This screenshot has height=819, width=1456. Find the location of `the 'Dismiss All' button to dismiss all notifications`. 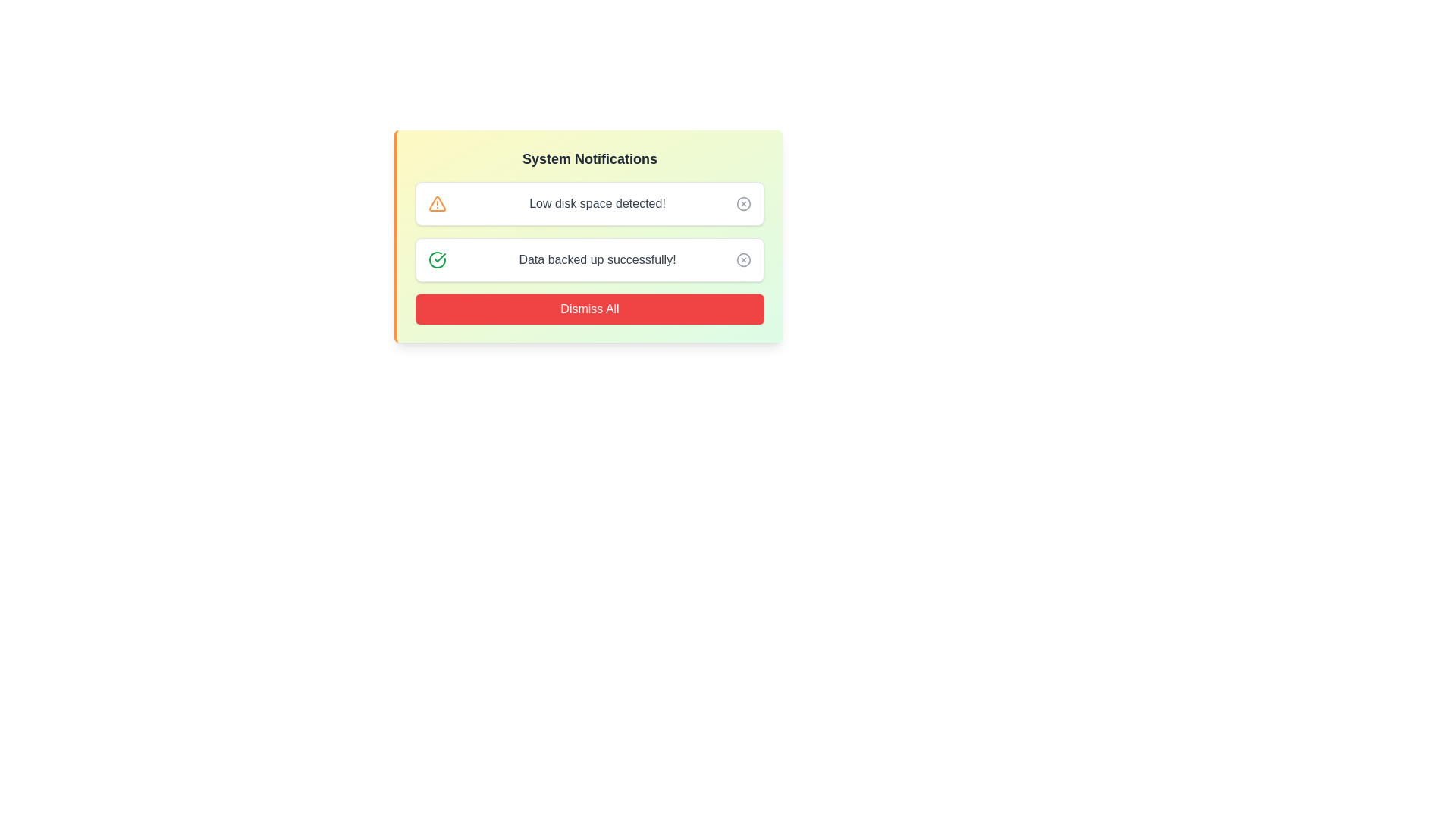

the 'Dismiss All' button to dismiss all notifications is located at coordinates (588, 309).